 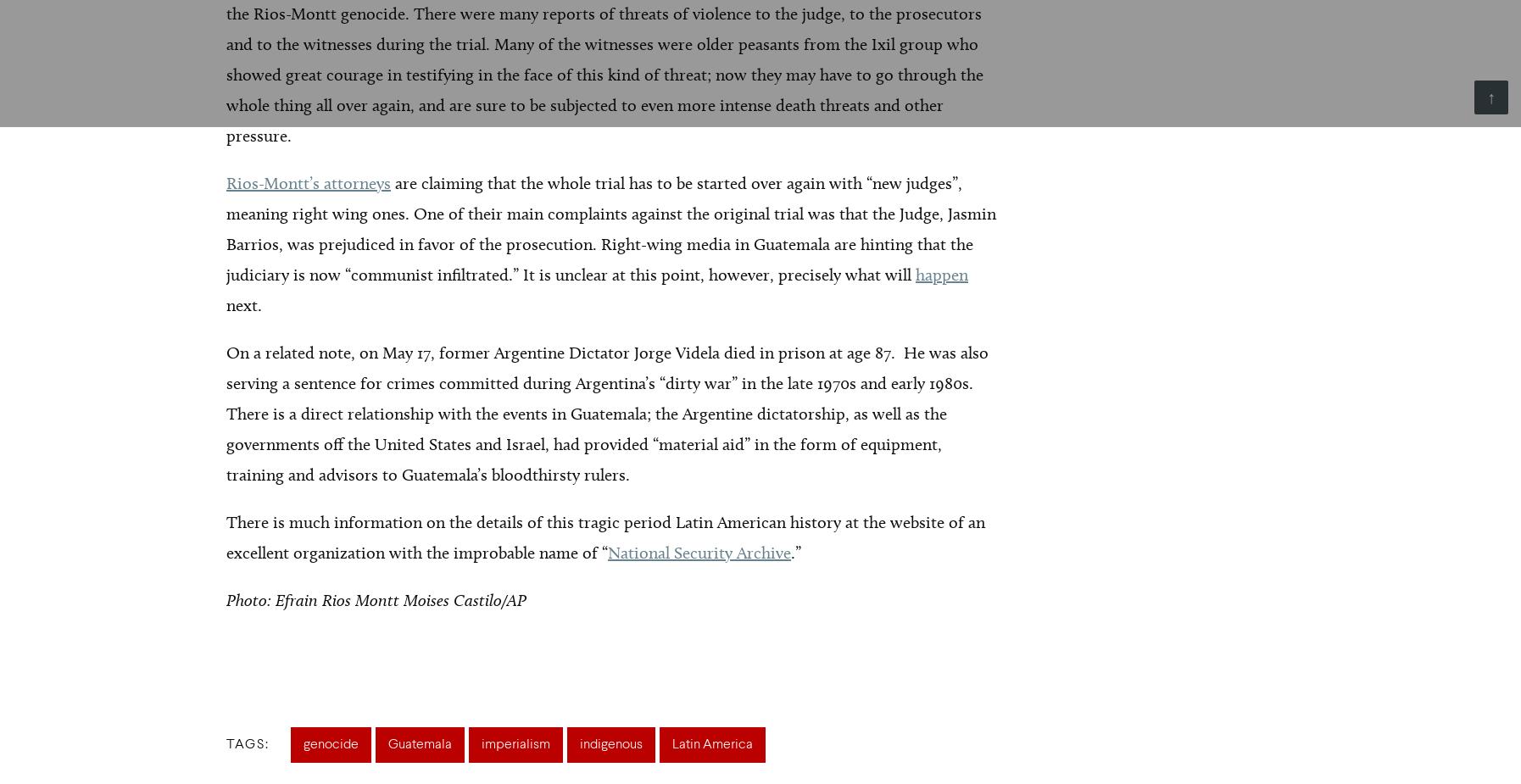 What do you see at coordinates (330, 745) in the screenshot?
I see `'genocide'` at bounding box center [330, 745].